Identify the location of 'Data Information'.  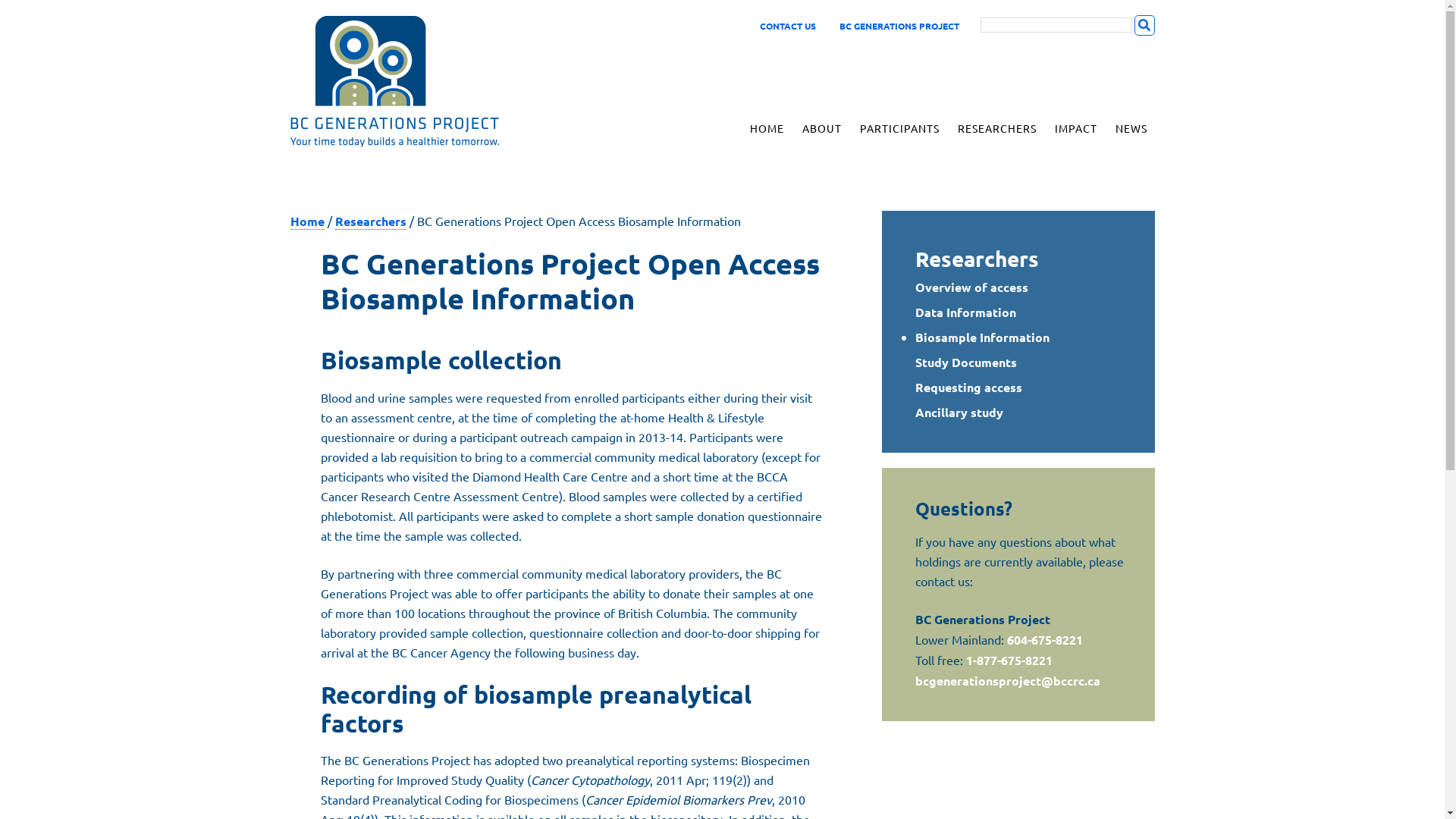
(965, 310).